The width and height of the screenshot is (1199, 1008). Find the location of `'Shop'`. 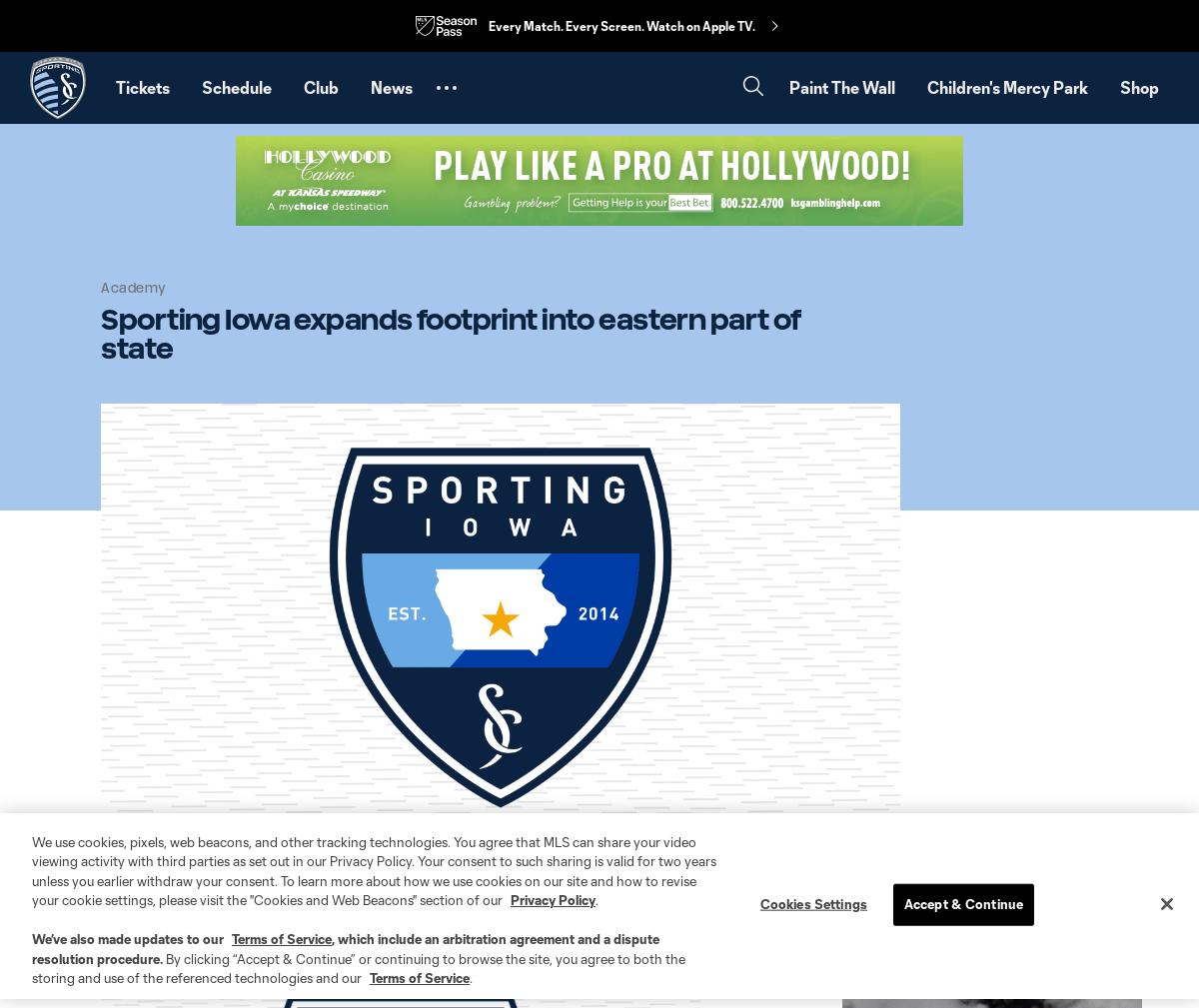

'Shop' is located at coordinates (1138, 86).